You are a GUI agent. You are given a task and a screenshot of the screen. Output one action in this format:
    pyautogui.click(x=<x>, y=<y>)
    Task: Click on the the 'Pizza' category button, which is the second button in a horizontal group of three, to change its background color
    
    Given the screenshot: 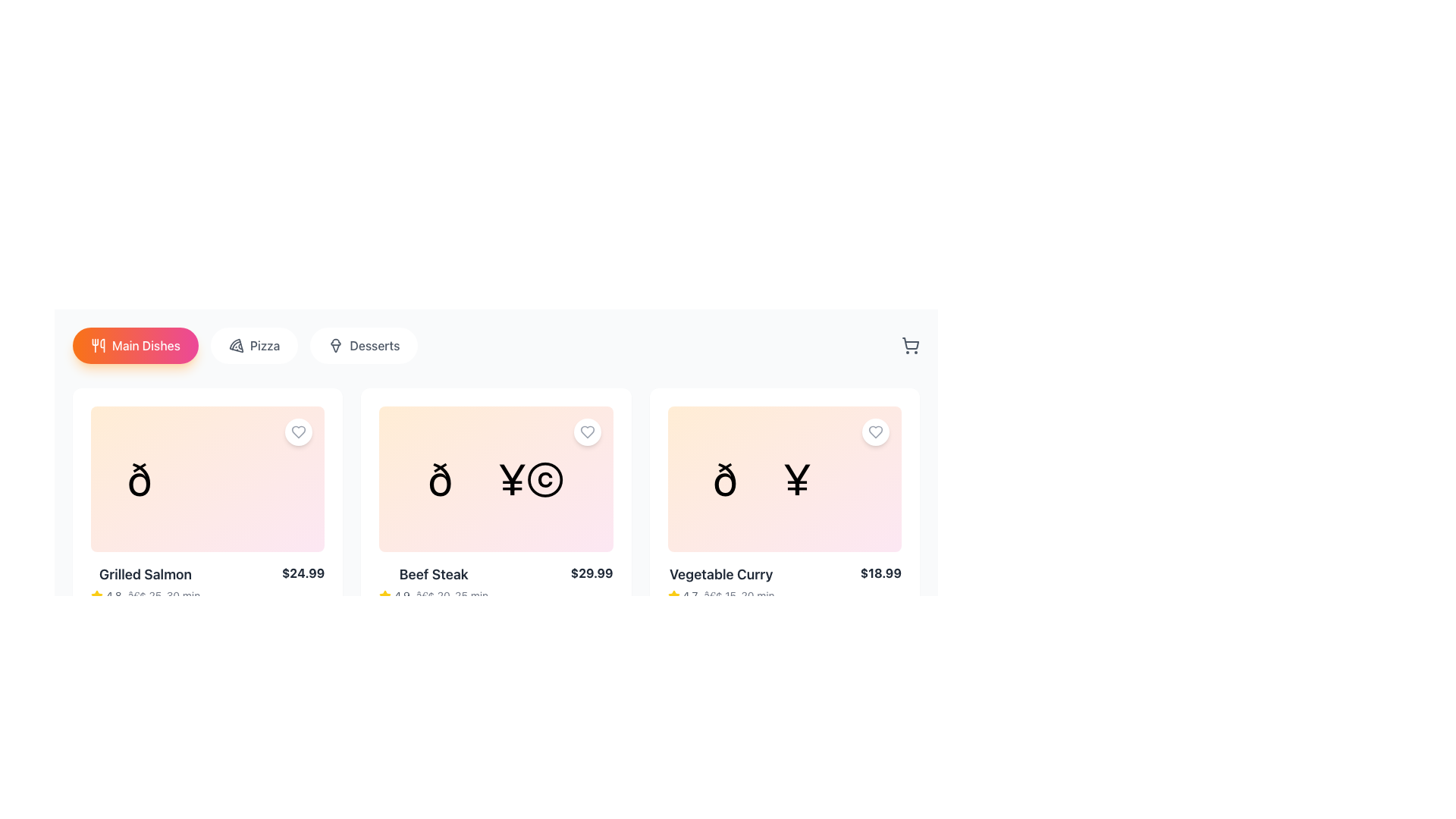 What is the action you would take?
    pyautogui.click(x=254, y=345)
    